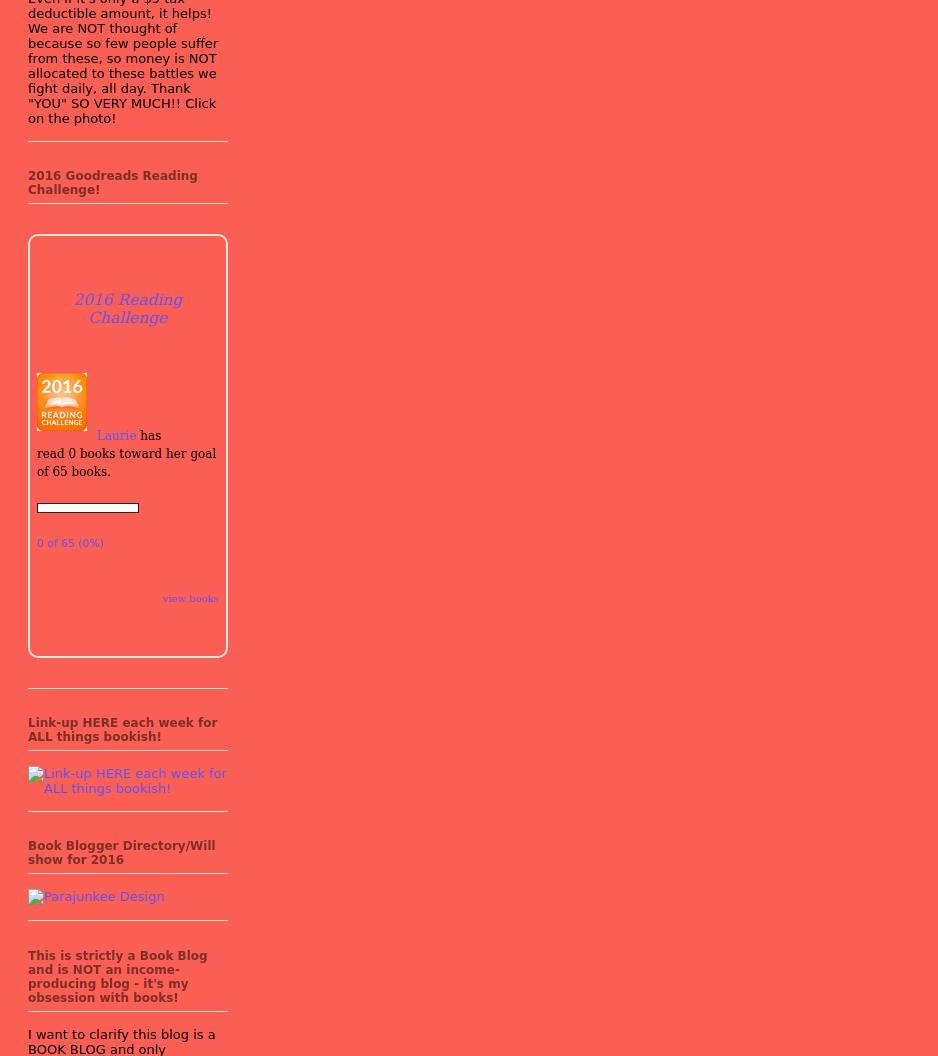 The width and height of the screenshot is (938, 1056). Describe the element at coordinates (189, 597) in the screenshot. I see `'view books'` at that location.